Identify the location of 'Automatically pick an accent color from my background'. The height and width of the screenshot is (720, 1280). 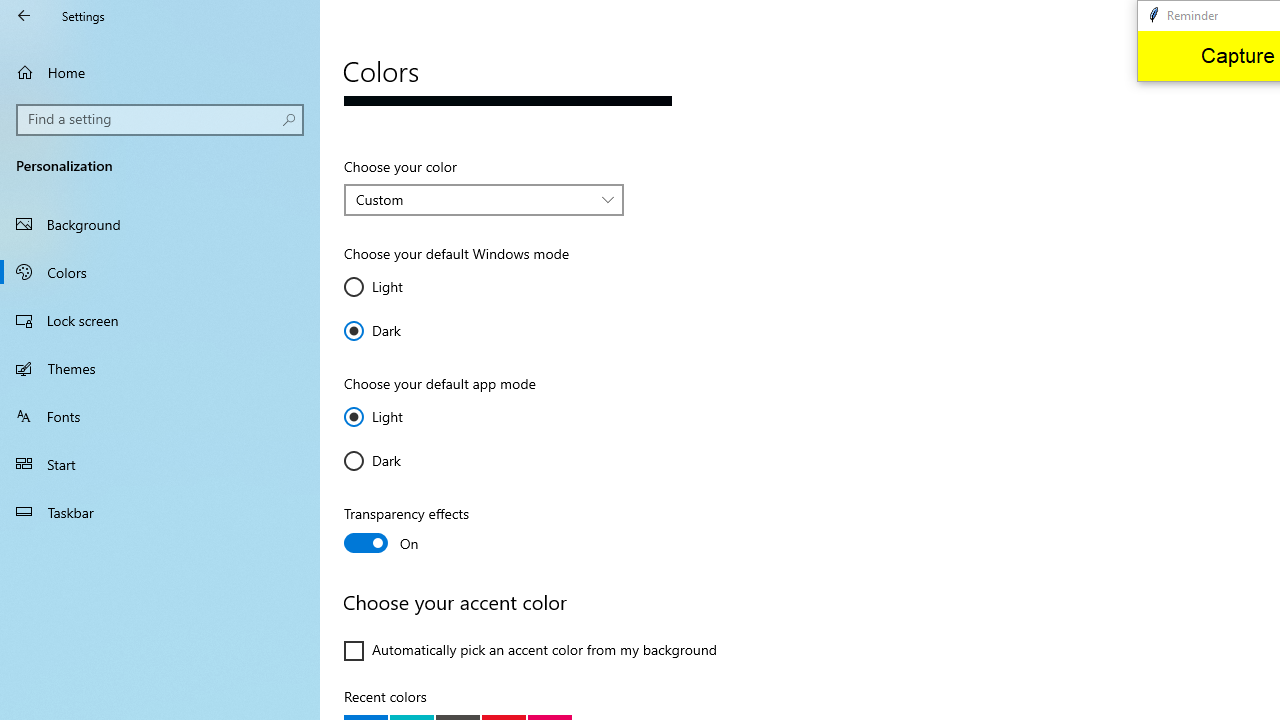
(531, 650).